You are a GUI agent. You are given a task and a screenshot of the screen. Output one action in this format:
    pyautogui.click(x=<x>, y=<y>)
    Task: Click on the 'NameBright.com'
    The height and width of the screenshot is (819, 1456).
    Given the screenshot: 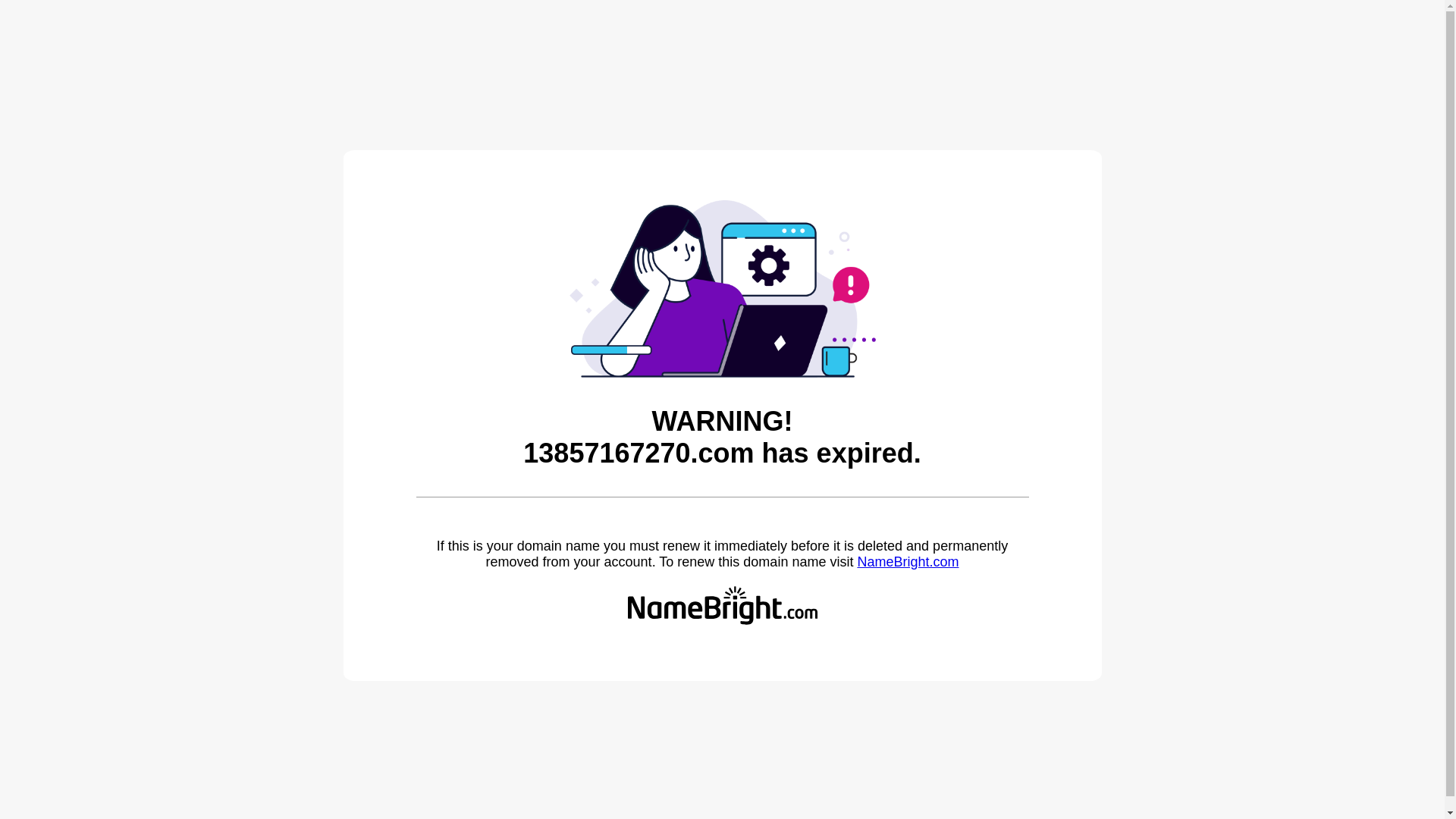 What is the action you would take?
    pyautogui.click(x=907, y=561)
    